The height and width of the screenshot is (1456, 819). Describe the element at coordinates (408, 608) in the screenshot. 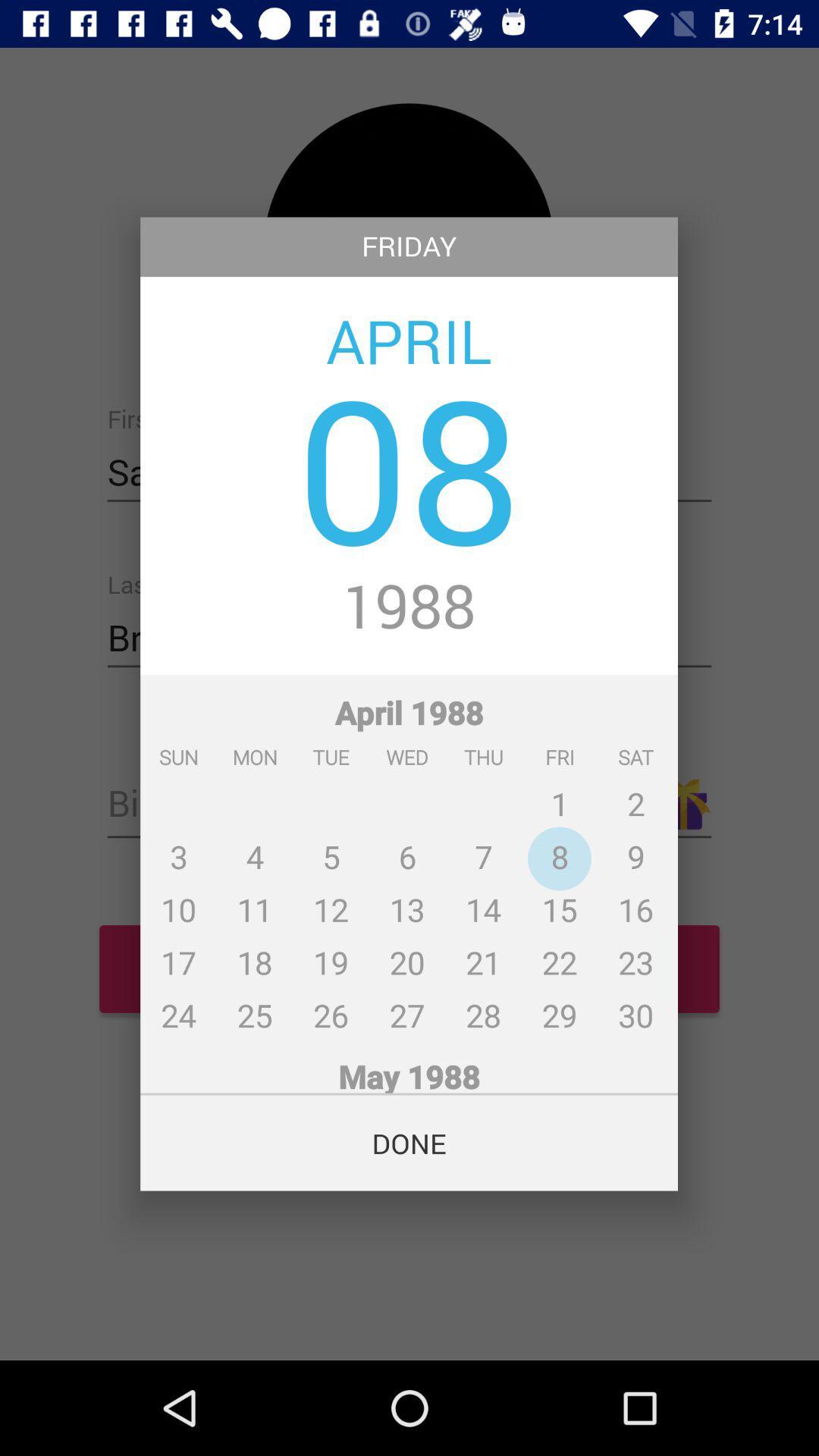

I see `1988 icon` at that location.